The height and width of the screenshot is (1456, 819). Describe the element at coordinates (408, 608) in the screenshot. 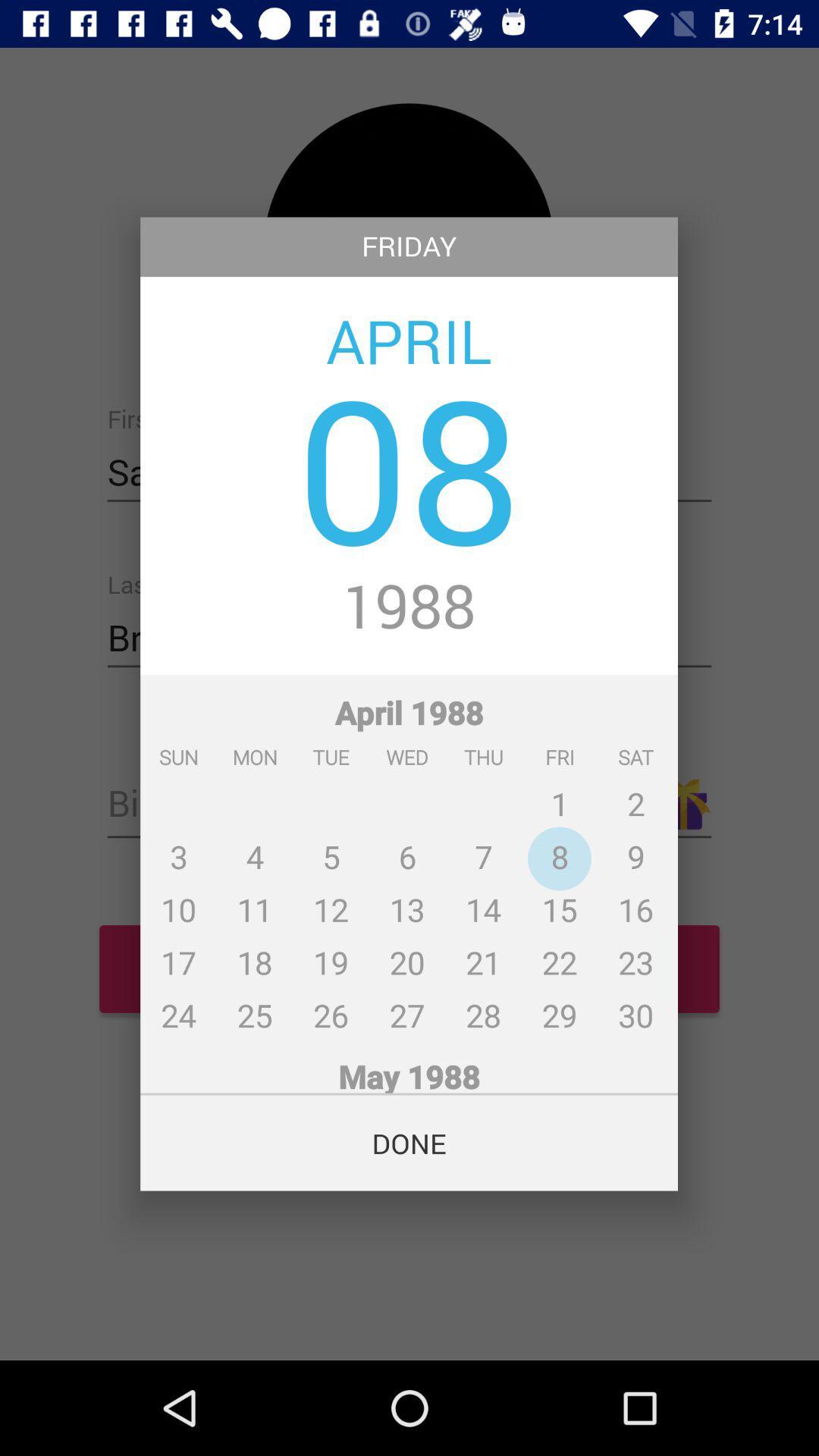

I see `1988 icon` at that location.